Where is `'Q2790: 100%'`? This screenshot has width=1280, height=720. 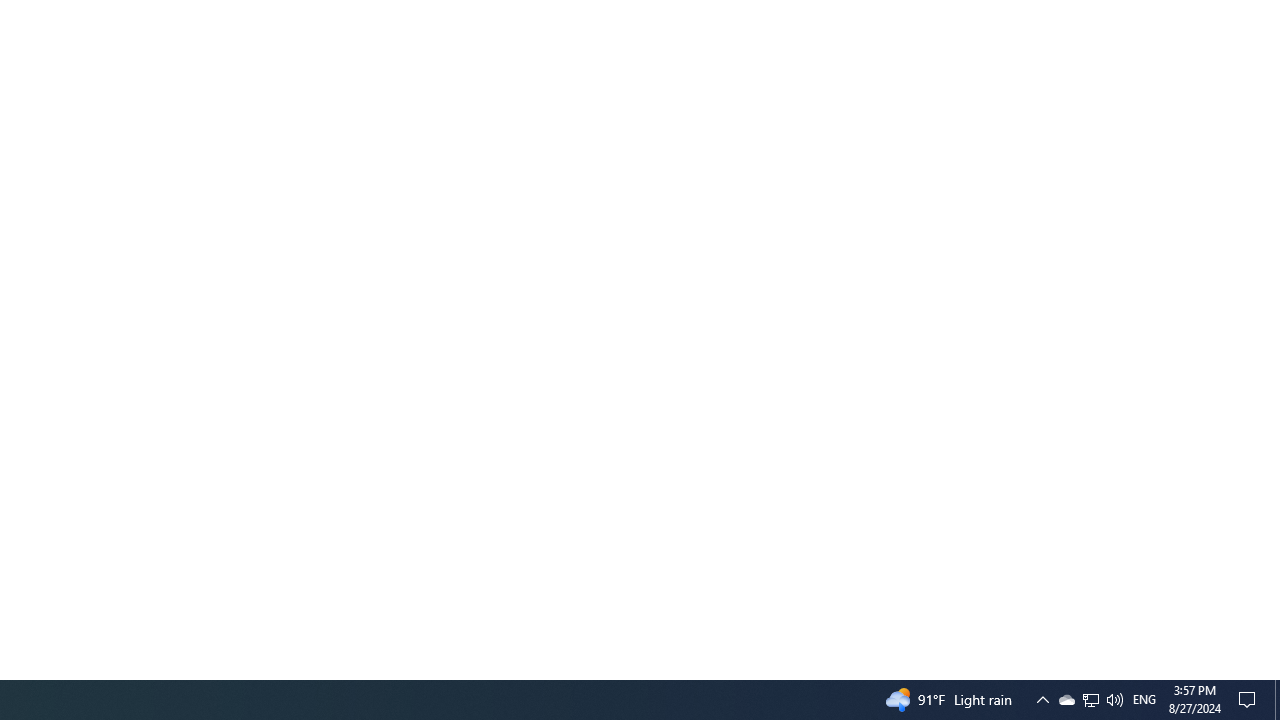
'Q2790: 100%' is located at coordinates (1065, 698).